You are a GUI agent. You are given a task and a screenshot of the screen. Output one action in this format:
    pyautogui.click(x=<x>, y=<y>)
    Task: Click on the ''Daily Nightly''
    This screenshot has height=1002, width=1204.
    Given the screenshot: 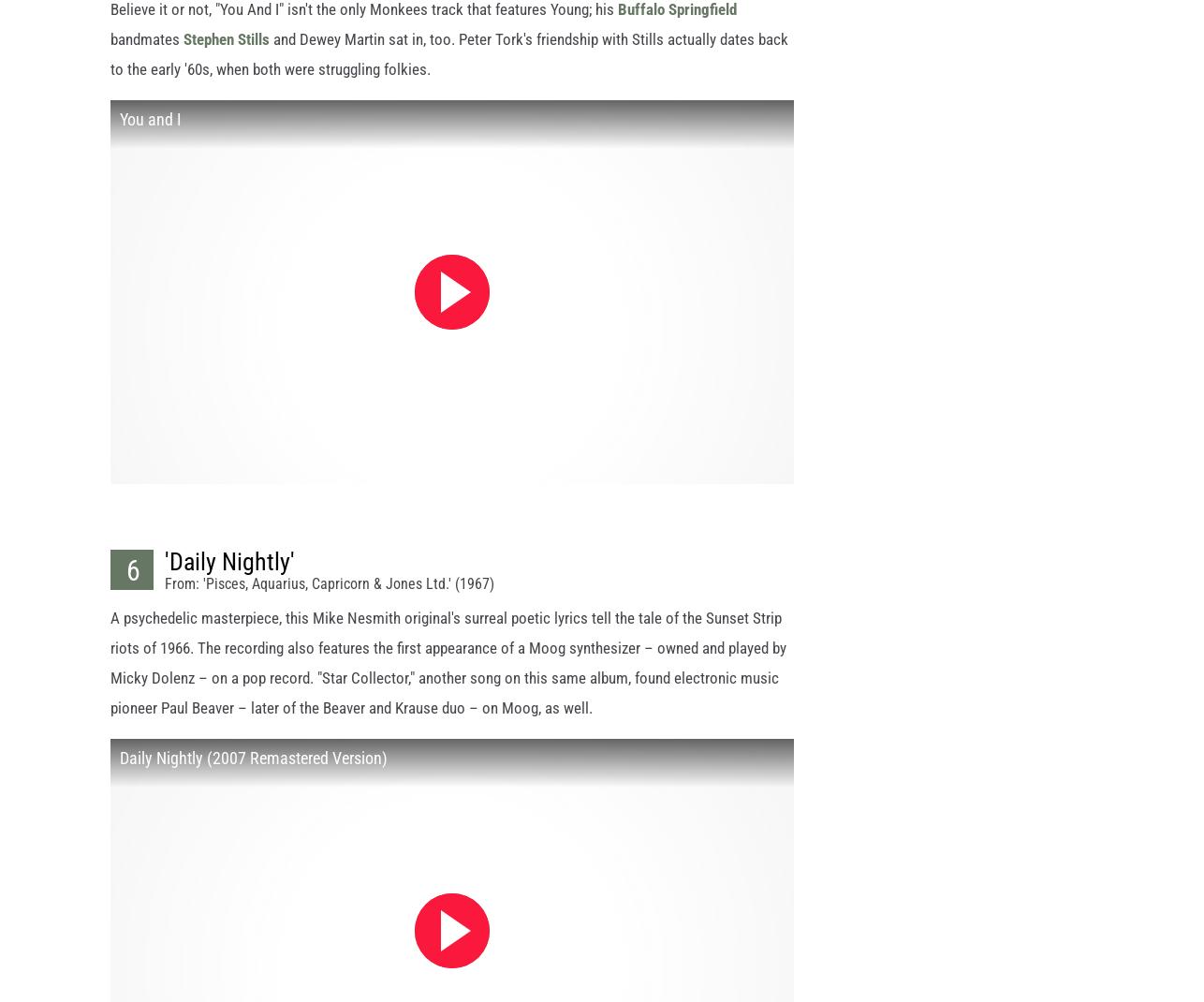 What is the action you would take?
    pyautogui.click(x=229, y=578)
    